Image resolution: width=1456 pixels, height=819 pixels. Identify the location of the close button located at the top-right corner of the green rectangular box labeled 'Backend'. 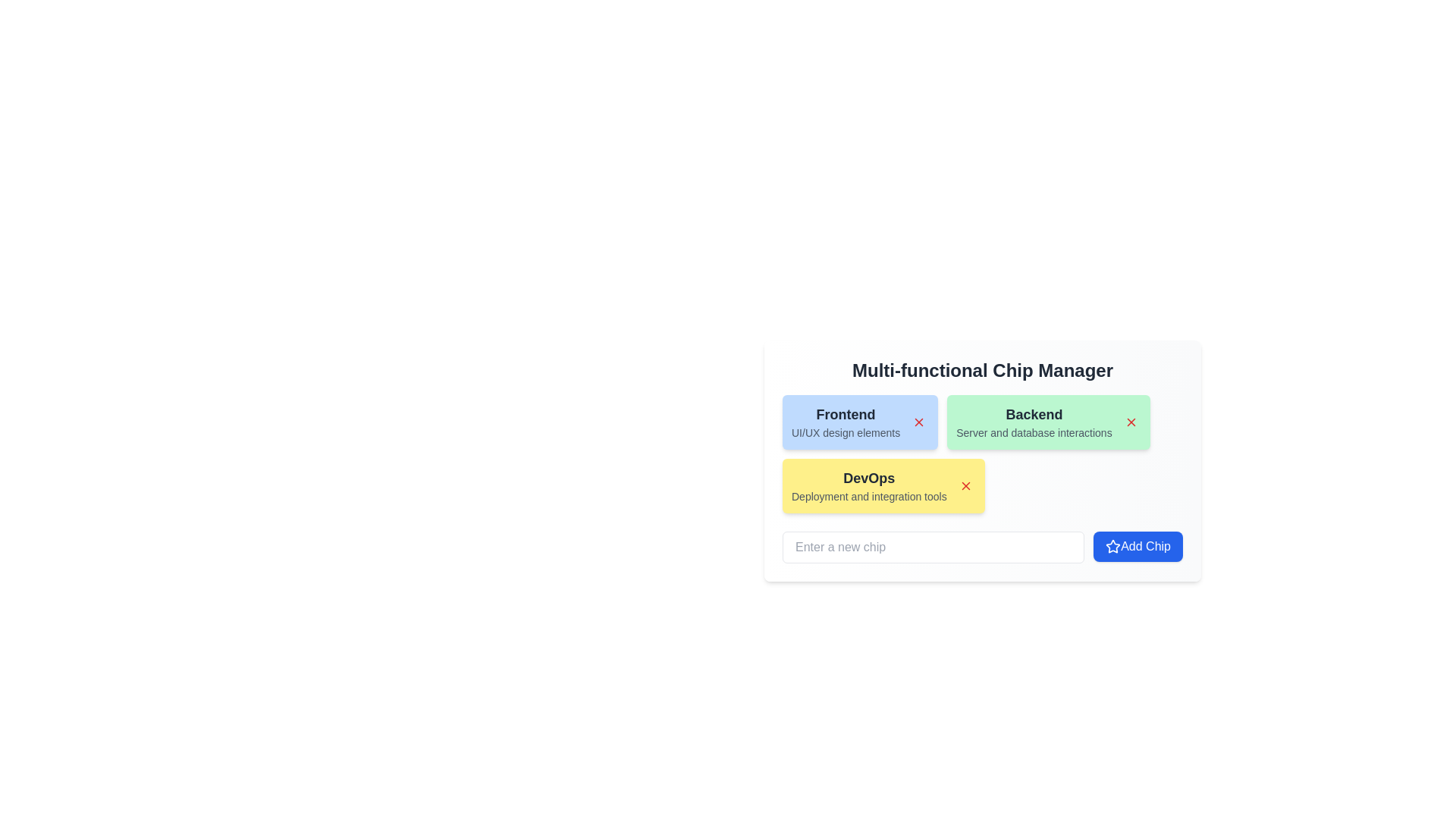
(1131, 422).